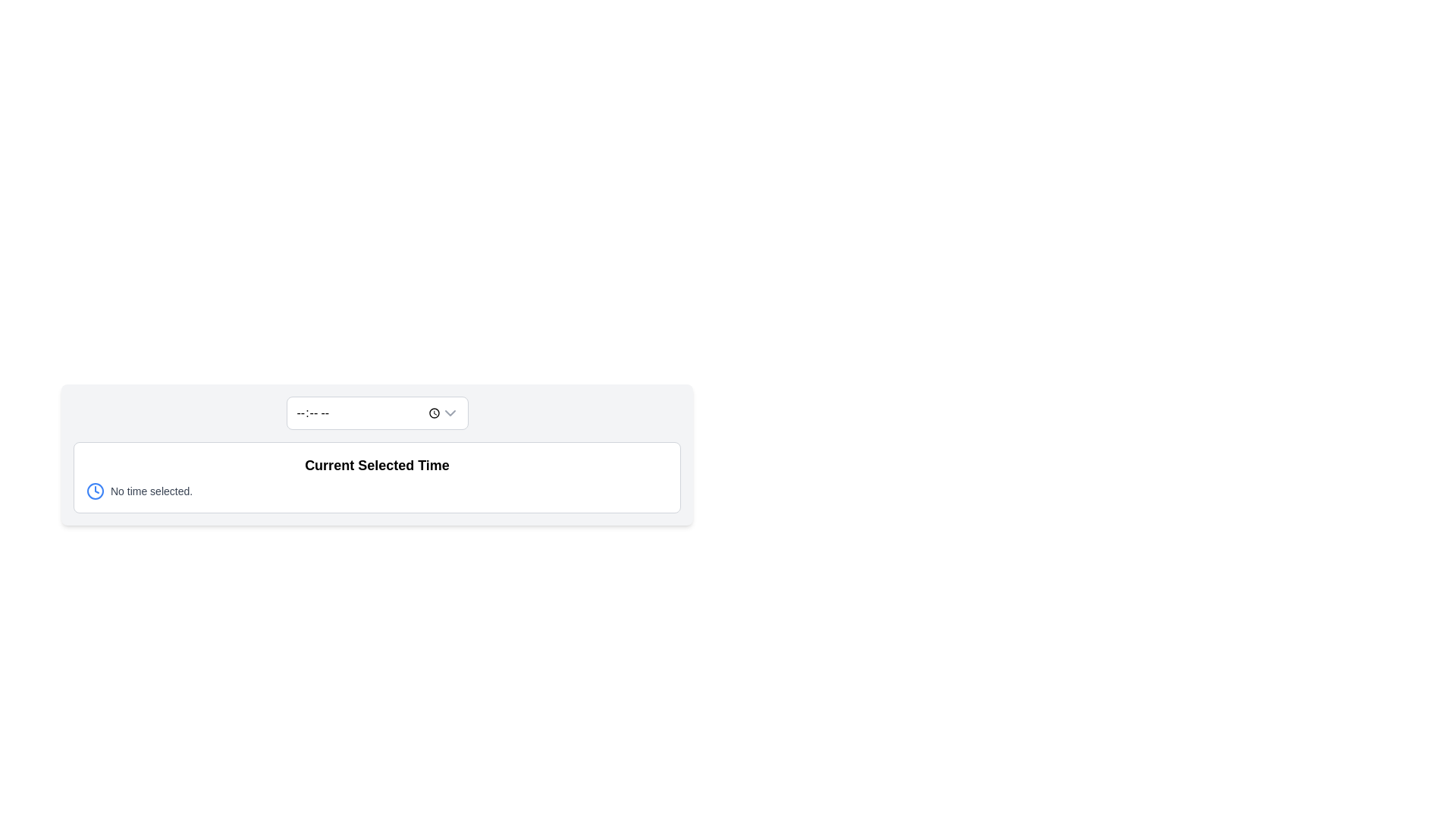 The width and height of the screenshot is (1456, 819). Describe the element at coordinates (94, 491) in the screenshot. I see `the blue-bordered, white-filled circular element within the clock icon that indicates time functionality, if it is interactable` at that location.